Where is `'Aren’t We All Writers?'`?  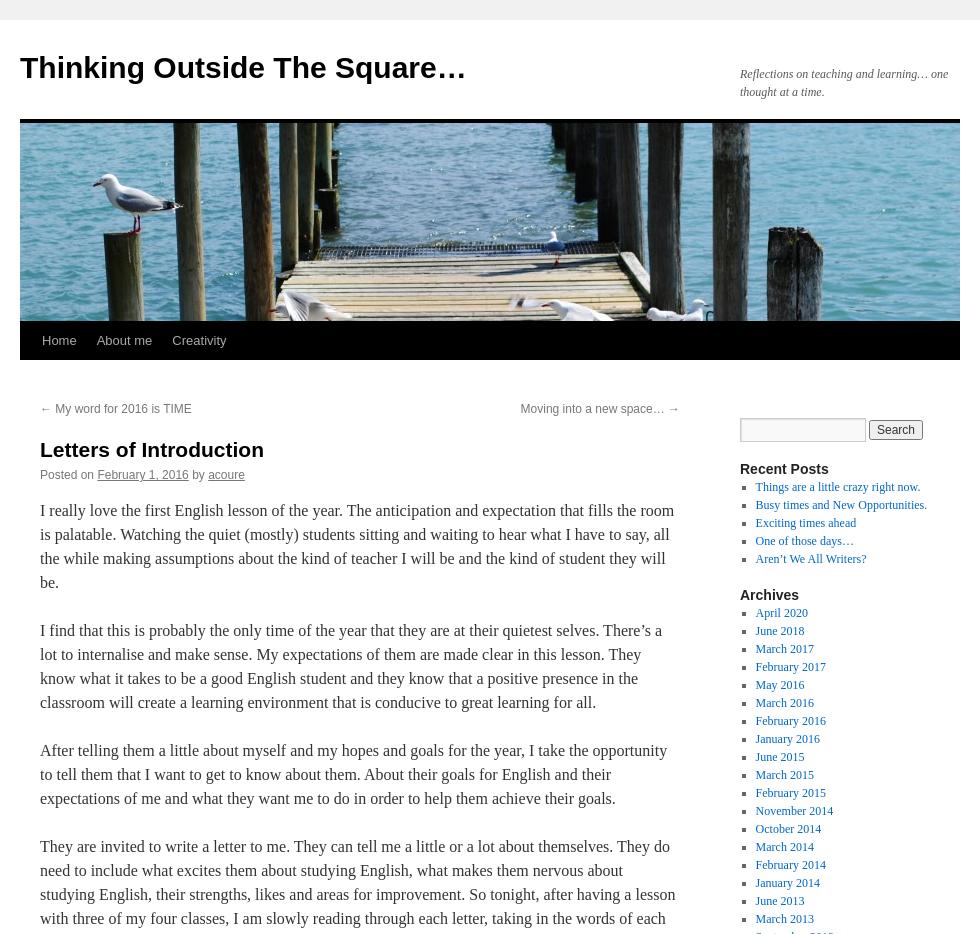
'Aren’t We All Writers?' is located at coordinates (810, 558).